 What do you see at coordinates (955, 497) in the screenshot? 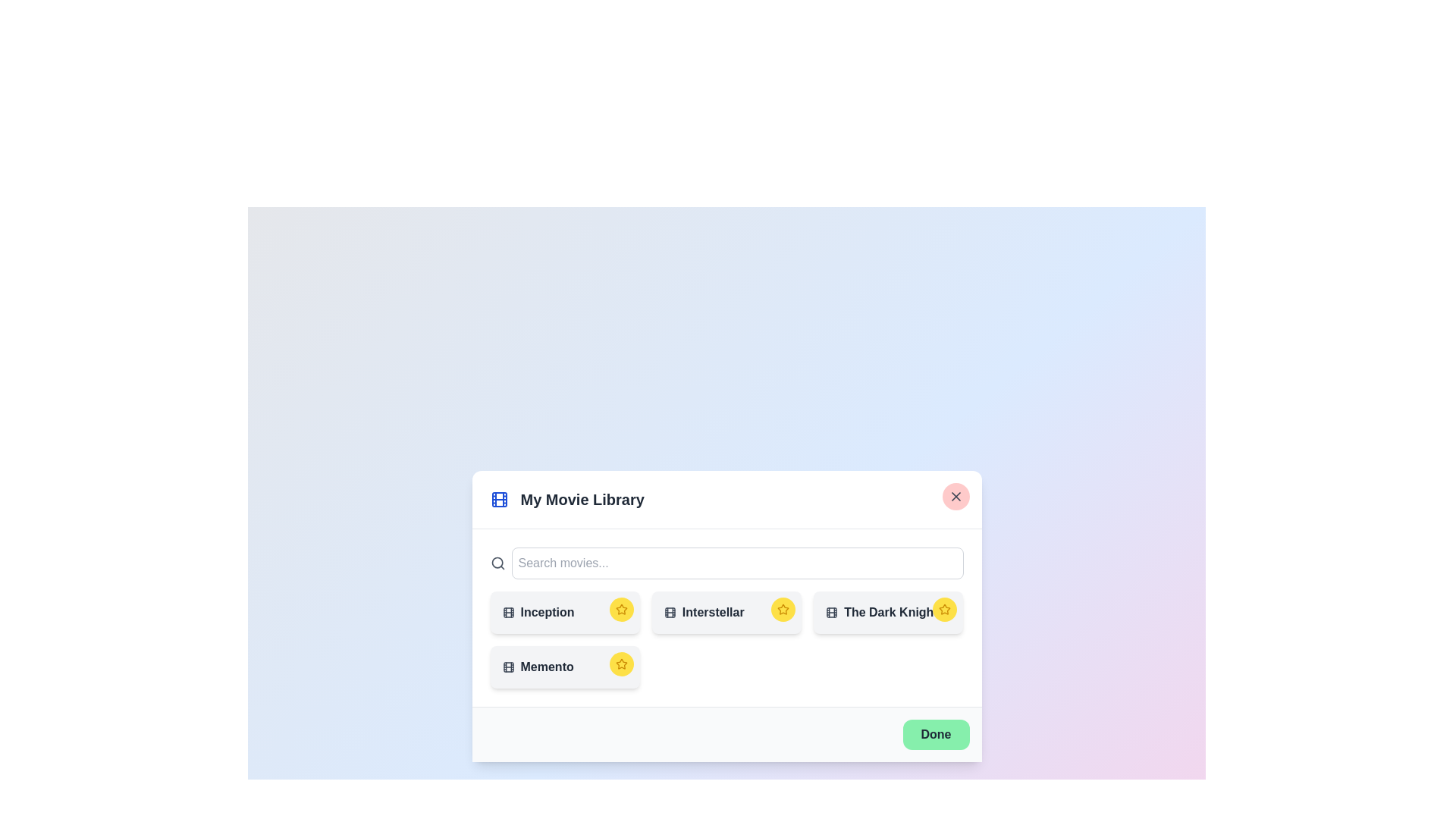
I see `the circular red button with an 'X' icon in the top-right corner of the 'My Movie Library' modal` at bounding box center [955, 497].